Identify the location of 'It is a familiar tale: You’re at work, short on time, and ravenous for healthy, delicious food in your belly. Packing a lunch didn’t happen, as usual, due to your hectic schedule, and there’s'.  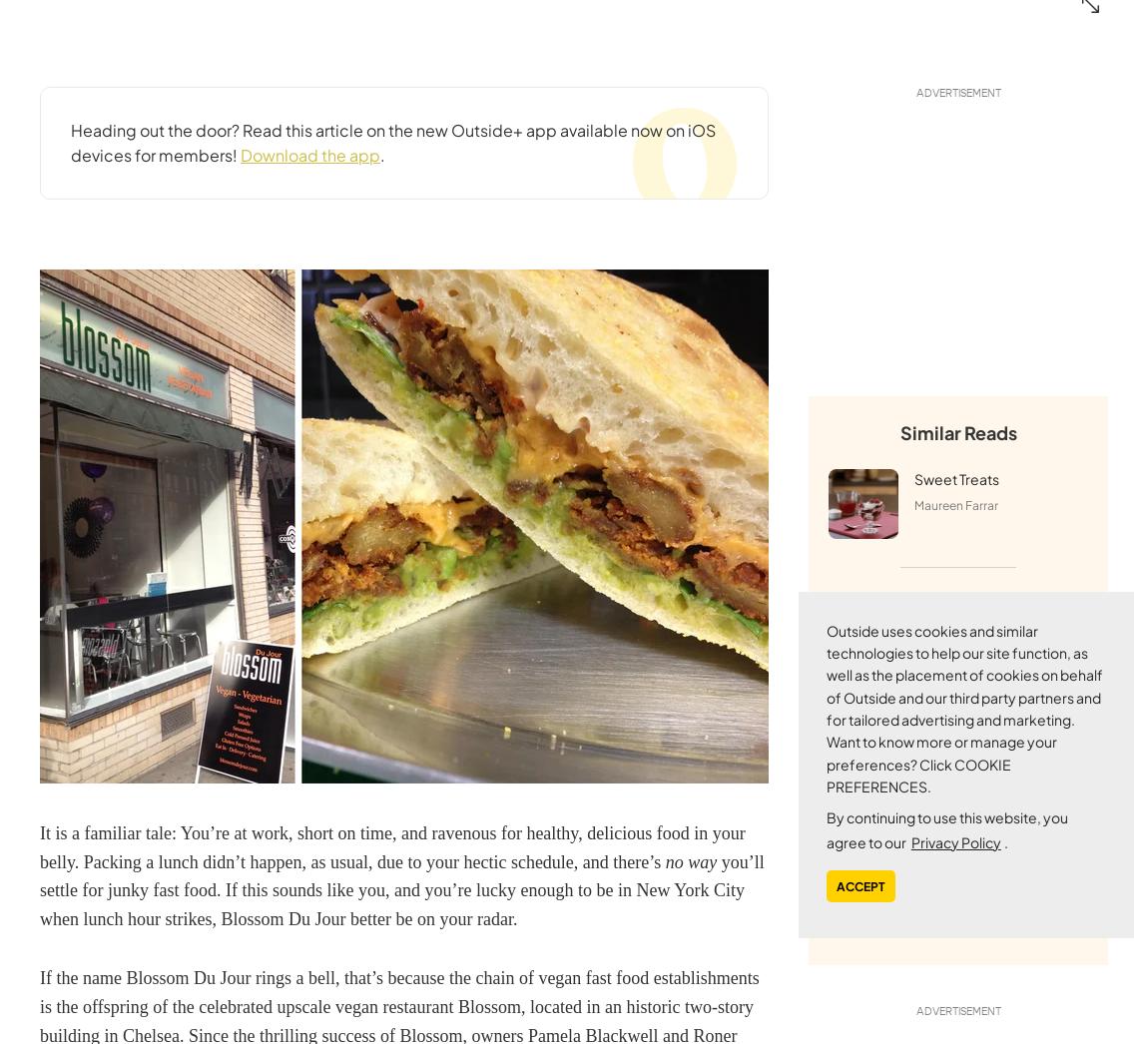
(391, 845).